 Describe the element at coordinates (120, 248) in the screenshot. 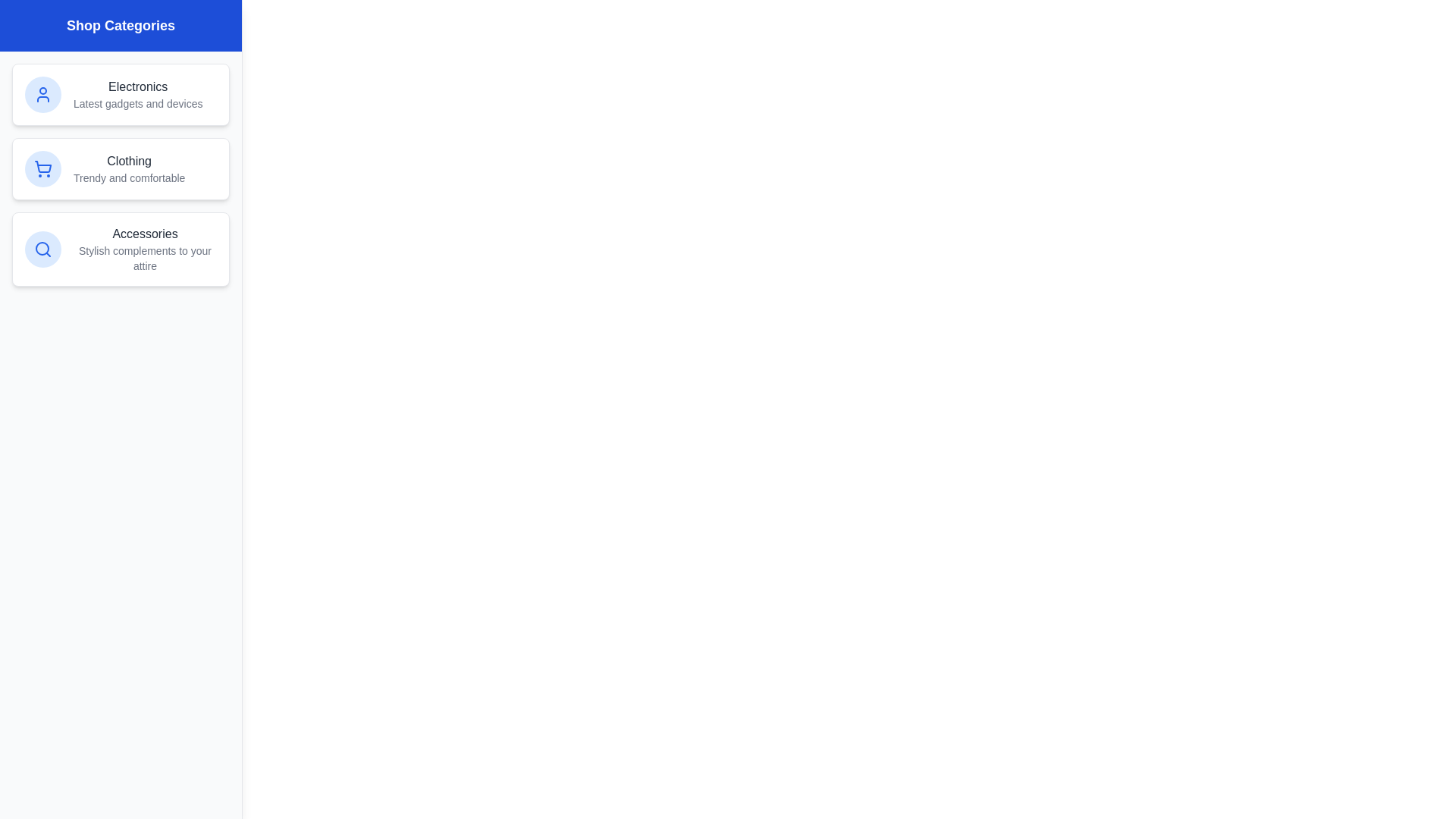

I see `the list item corresponding to Accessories to view its details` at that location.